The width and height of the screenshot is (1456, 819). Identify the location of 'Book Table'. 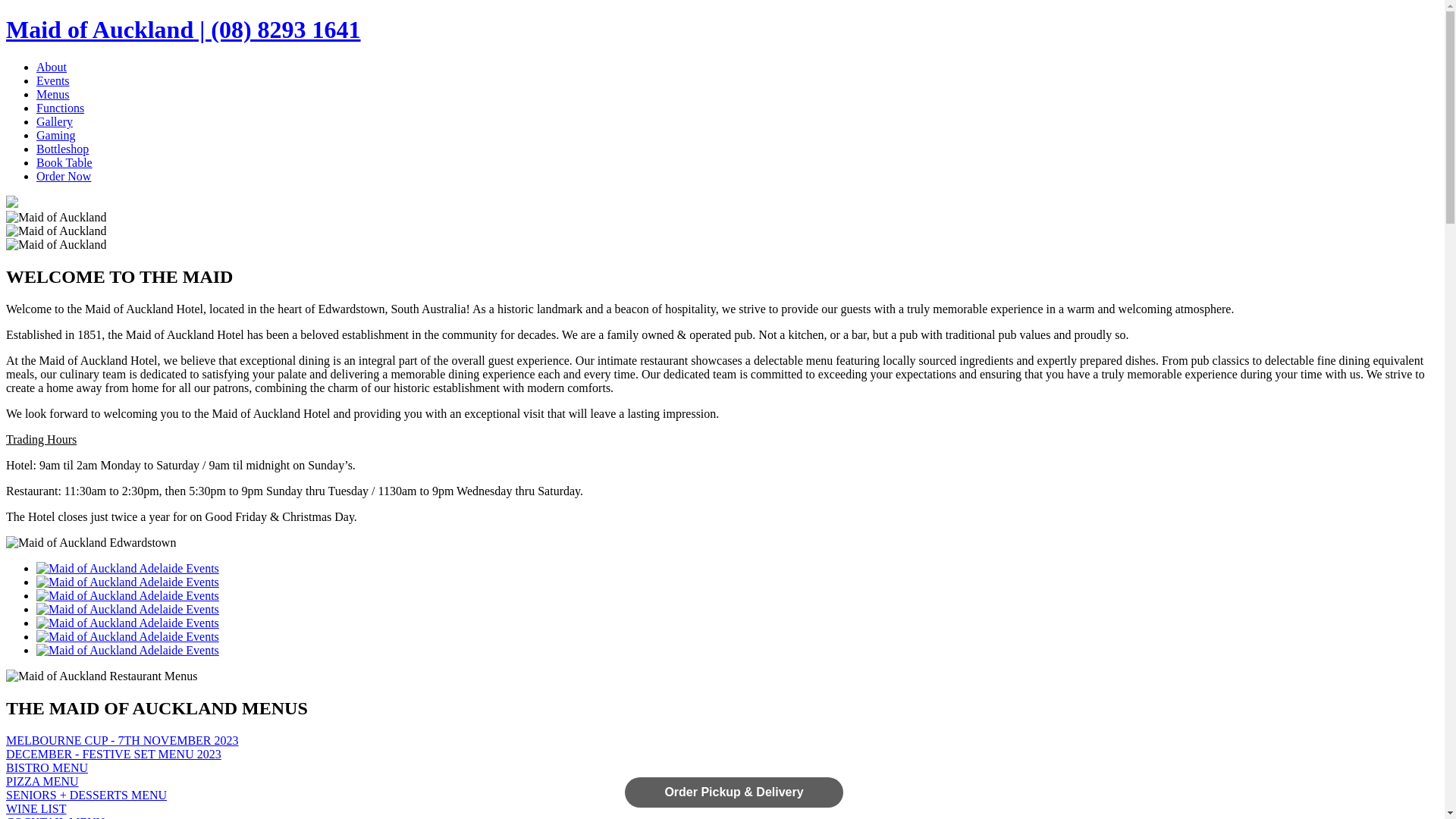
(36, 162).